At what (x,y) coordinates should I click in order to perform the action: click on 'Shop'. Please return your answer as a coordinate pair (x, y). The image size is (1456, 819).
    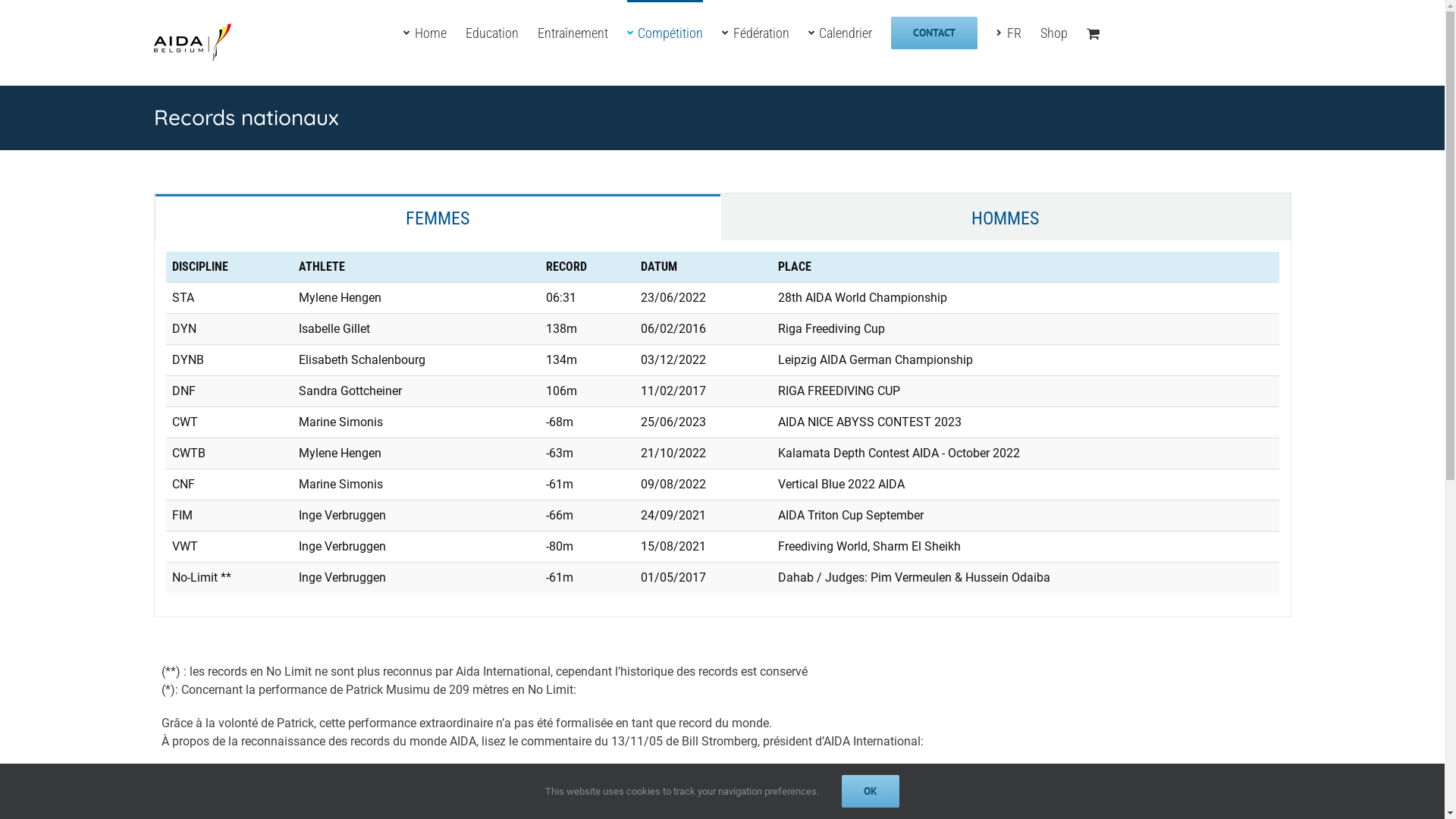
    Looking at the image, I should click on (1053, 32).